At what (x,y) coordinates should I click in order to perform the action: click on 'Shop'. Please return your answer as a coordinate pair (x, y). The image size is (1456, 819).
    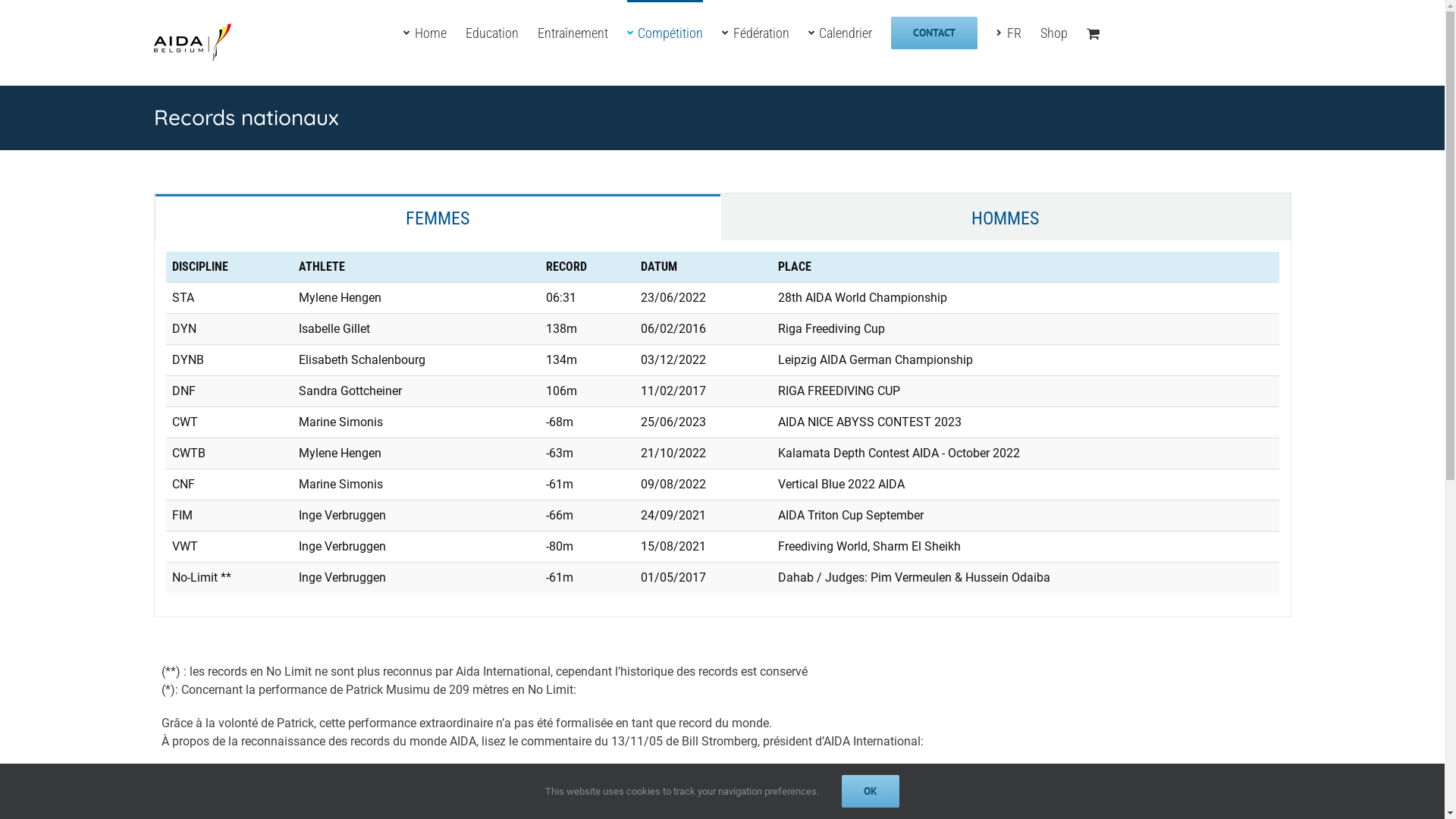
    Looking at the image, I should click on (1053, 32).